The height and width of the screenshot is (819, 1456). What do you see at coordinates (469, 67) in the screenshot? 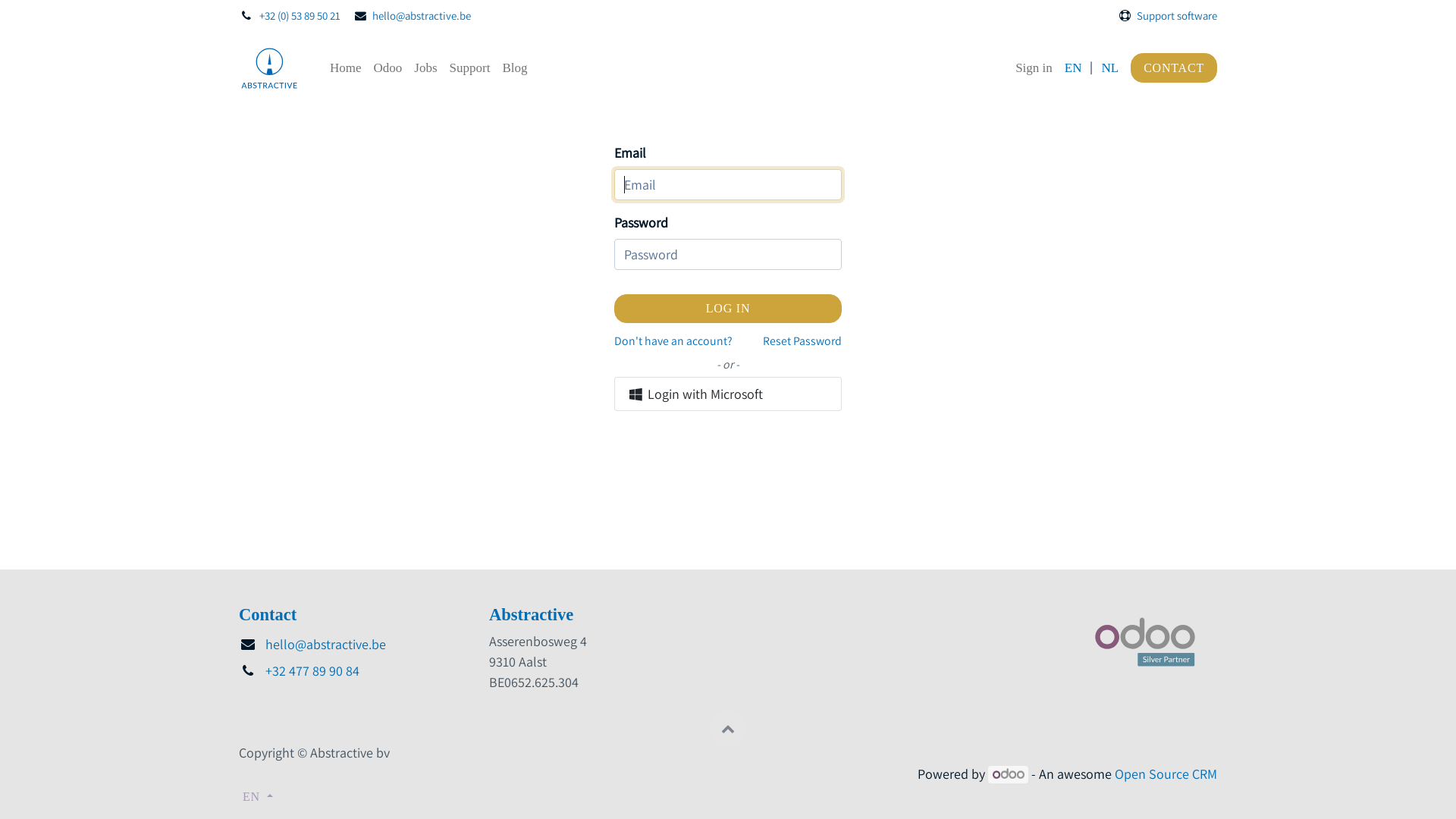
I see `'Support'` at bounding box center [469, 67].